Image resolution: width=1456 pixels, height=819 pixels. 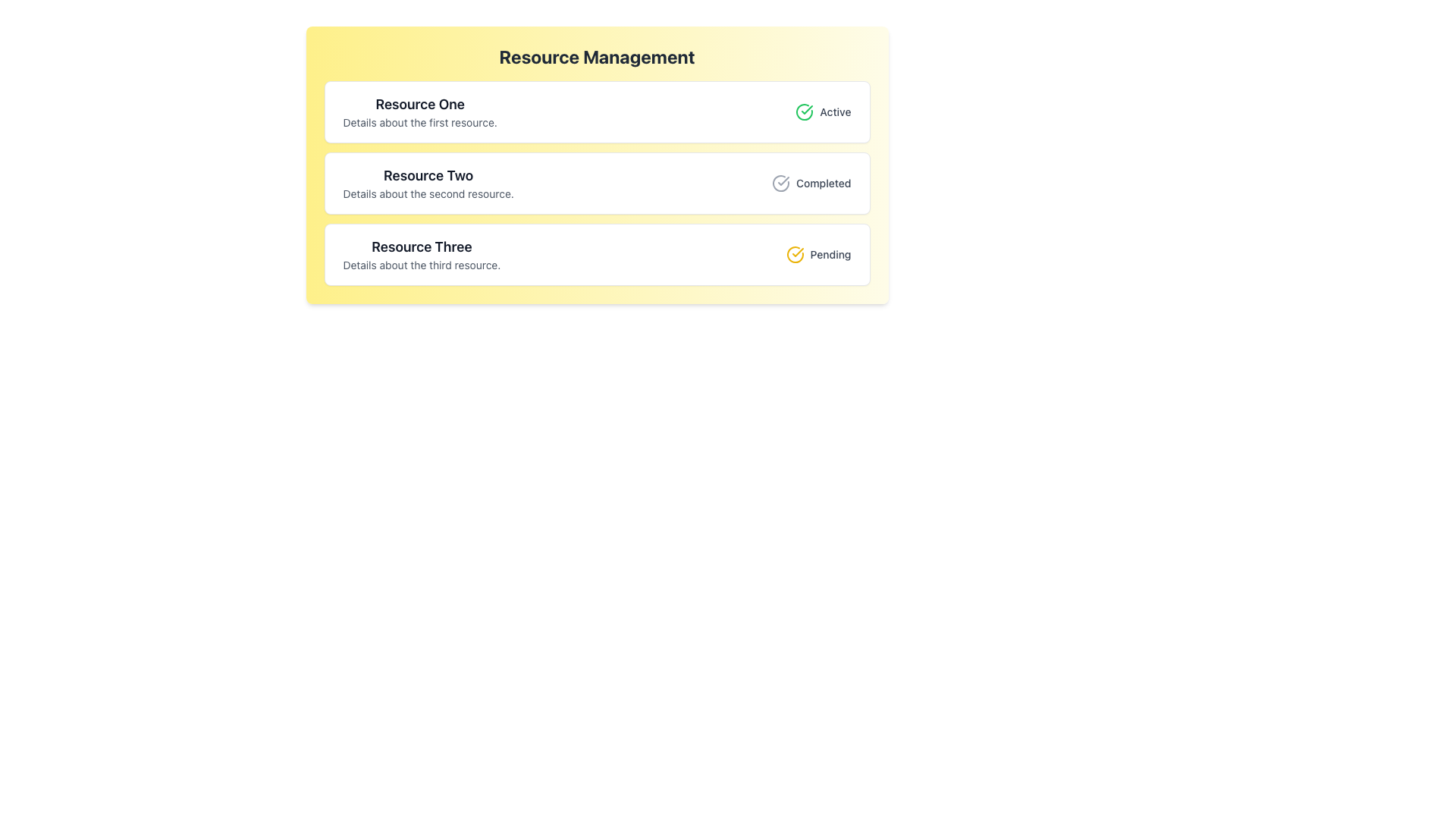 I want to click on the completion status icon located to the left of the text 'Completed' in the second row of the resource status list, so click(x=781, y=183).